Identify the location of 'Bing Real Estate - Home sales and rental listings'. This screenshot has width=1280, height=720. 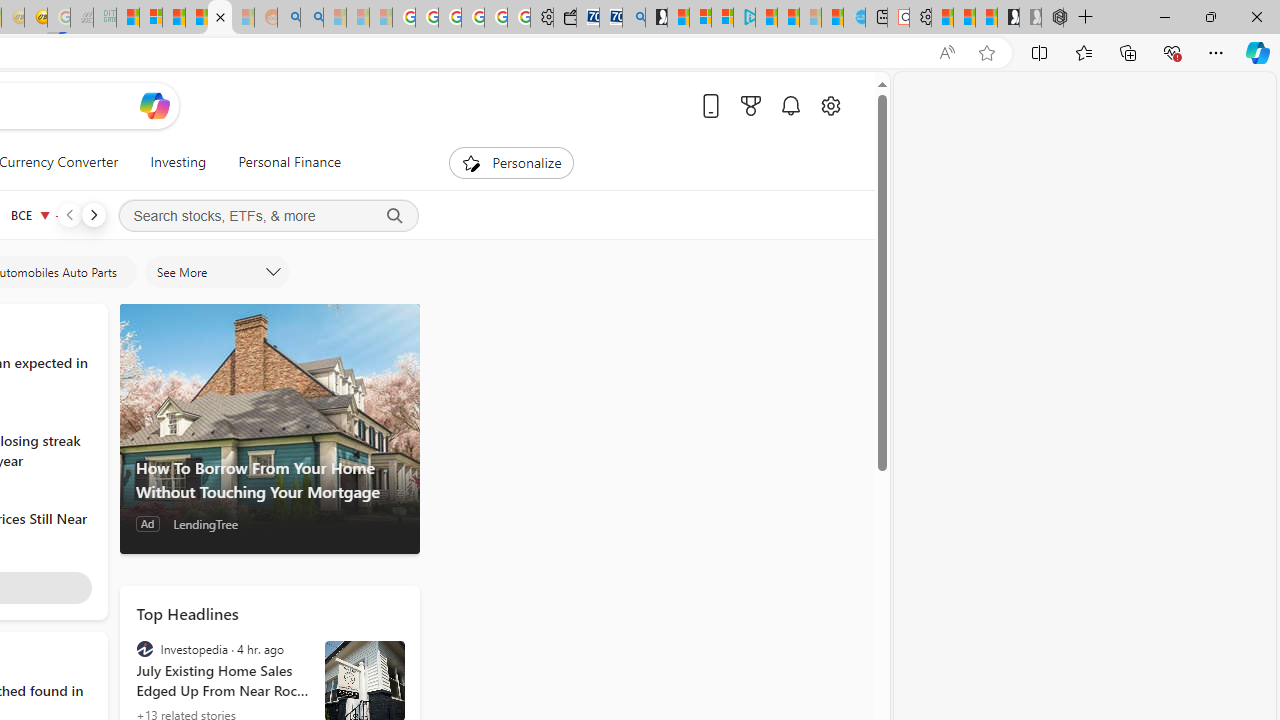
(633, 17).